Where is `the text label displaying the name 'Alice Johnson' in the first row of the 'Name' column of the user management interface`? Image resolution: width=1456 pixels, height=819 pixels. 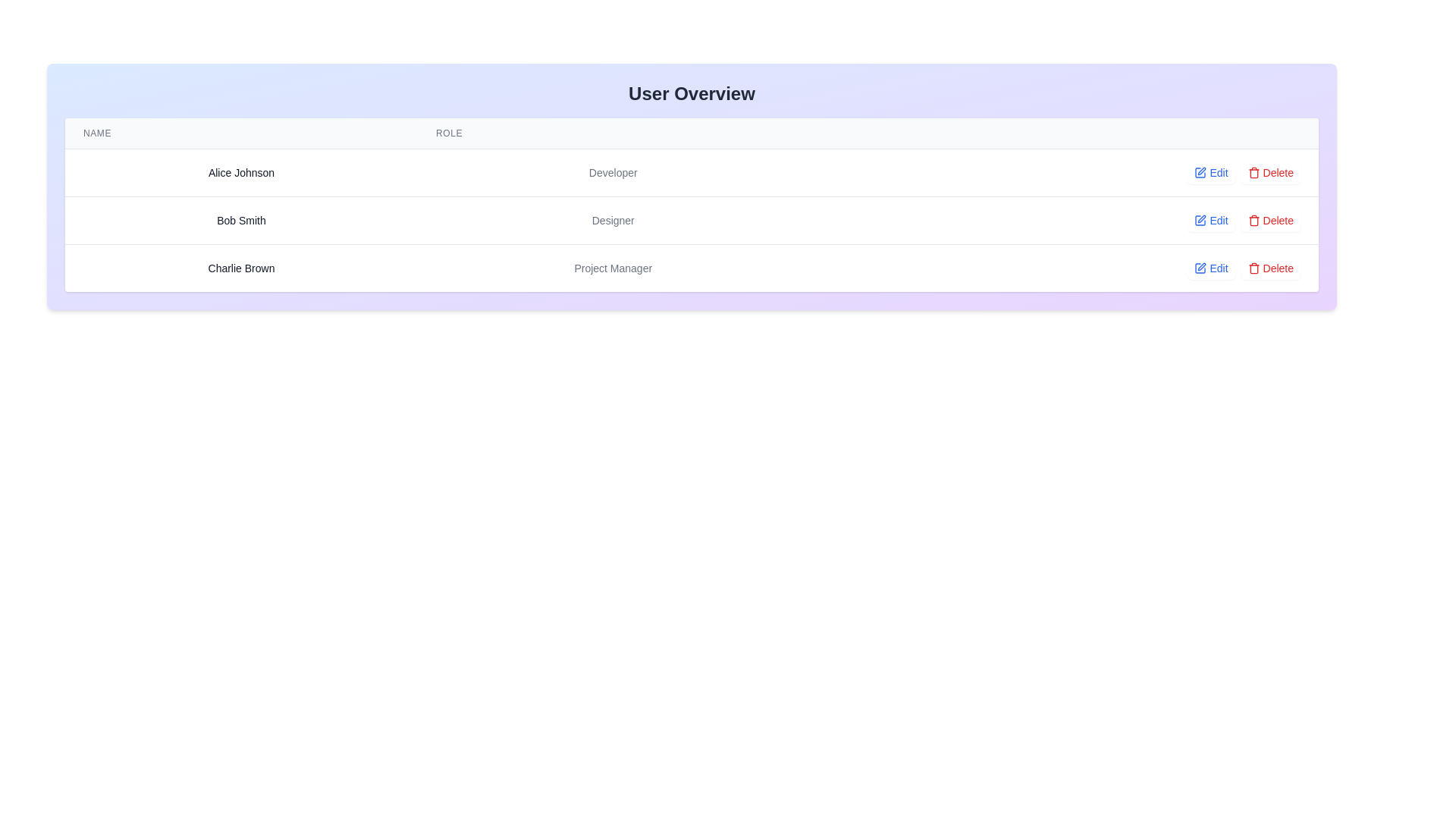 the text label displaying the name 'Alice Johnson' in the first row of the 'Name' column of the user management interface is located at coordinates (240, 171).